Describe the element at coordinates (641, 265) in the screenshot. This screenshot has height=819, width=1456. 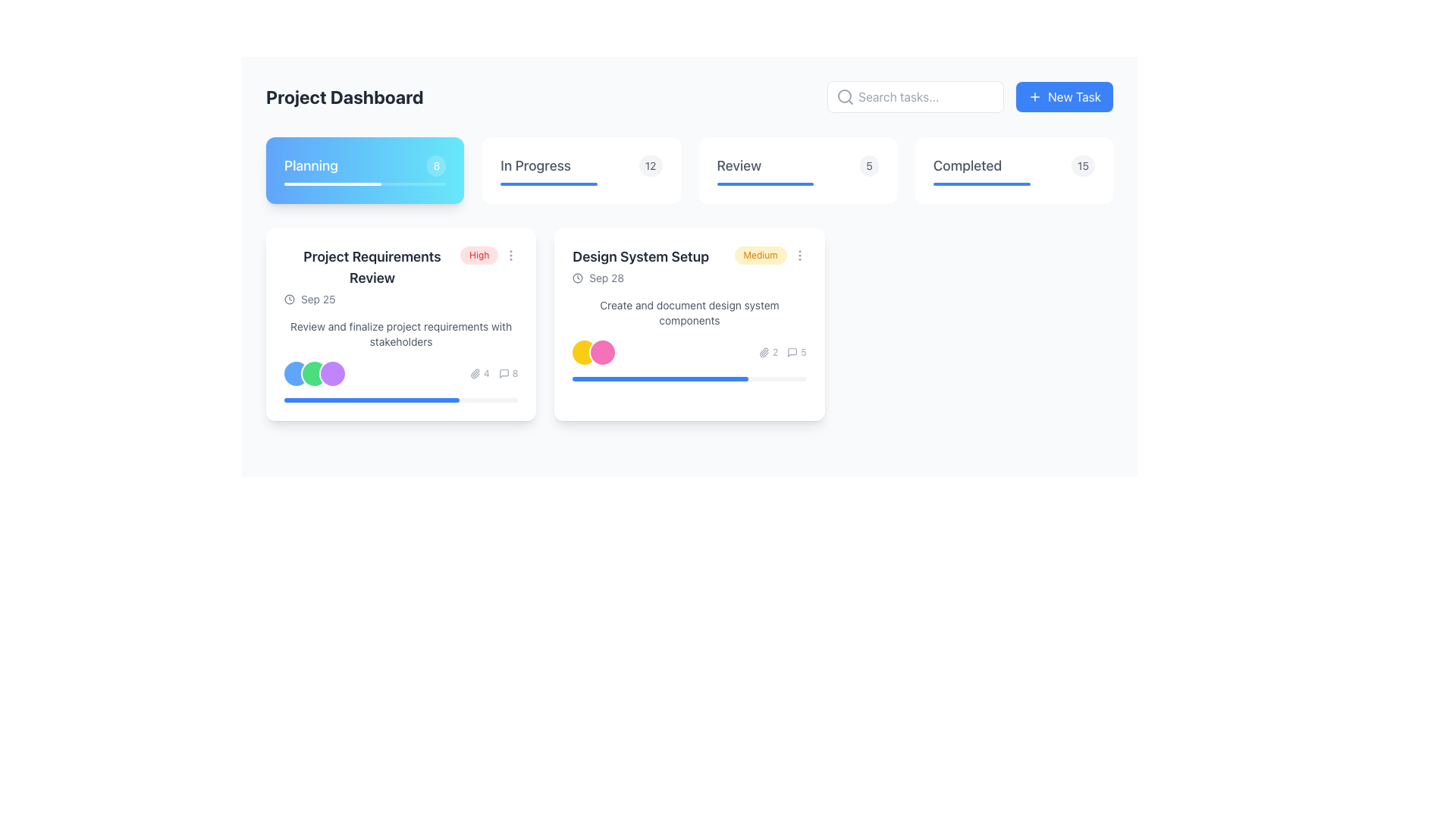
I see `the text block displaying the task title and date information located in the middle of the second card in the 'Planning' section of the project dashboard` at that location.